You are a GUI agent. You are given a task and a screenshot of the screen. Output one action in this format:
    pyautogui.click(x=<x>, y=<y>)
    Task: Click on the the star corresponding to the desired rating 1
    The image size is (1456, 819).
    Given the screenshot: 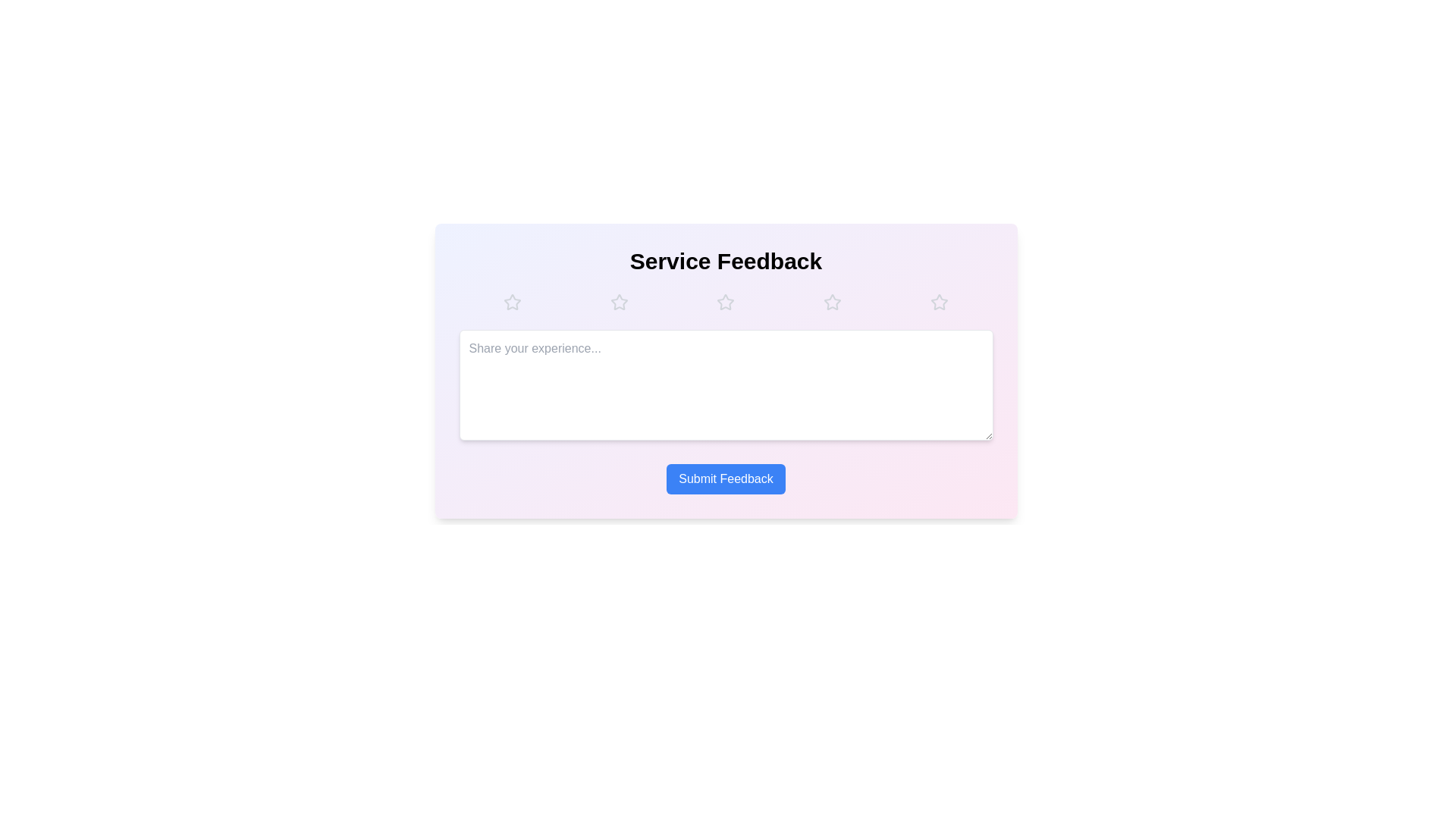 What is the action you would take?
    pyautogui.click(x=512, y=302)
    